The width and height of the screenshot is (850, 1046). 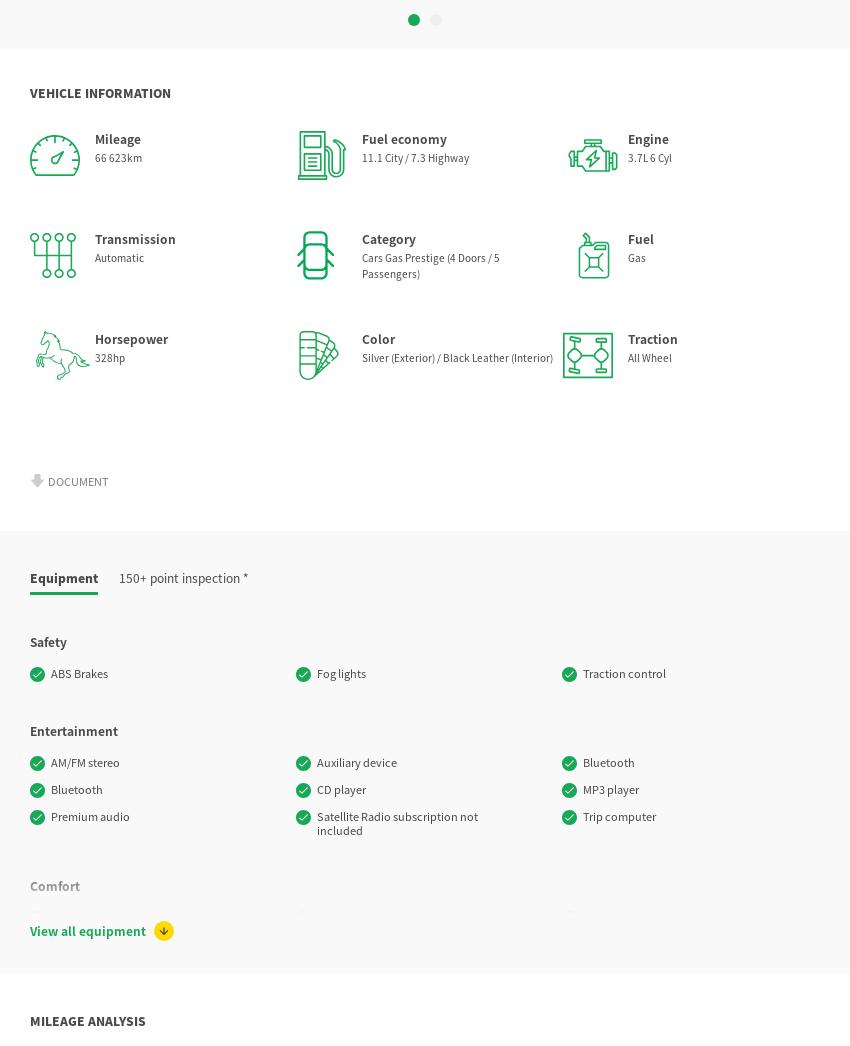 What do you see at coordinates (424, 850) in the screenshot?
I see `'Average Km based on 23 069 km/Year'` at bounding box center [424, 850].